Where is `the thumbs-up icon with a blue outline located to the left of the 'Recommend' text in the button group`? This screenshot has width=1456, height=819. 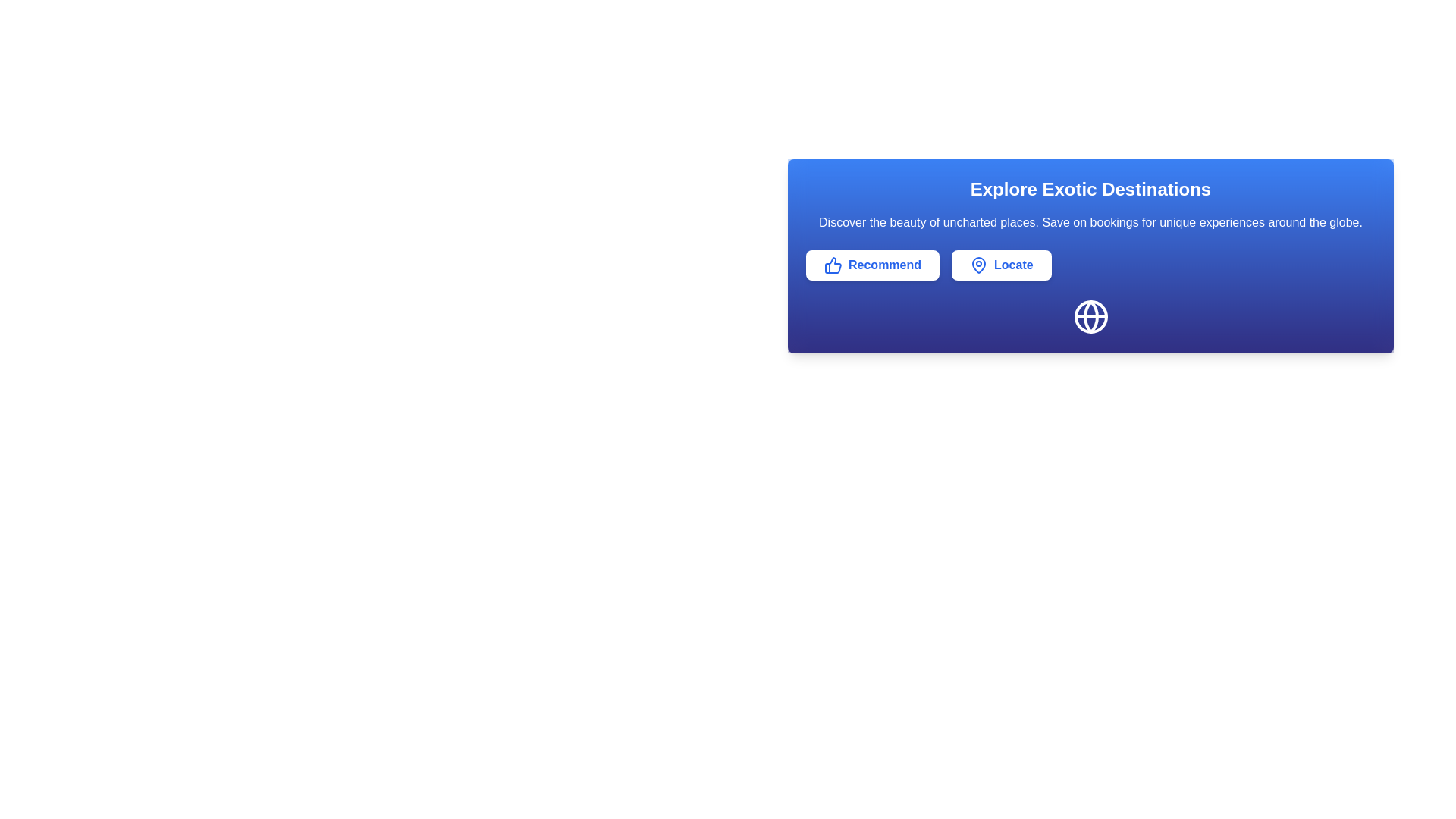 the thumbs-up icon with a blue outline located to the left of the 'Recommend' text in the button group is located at coordinates (833, 265).